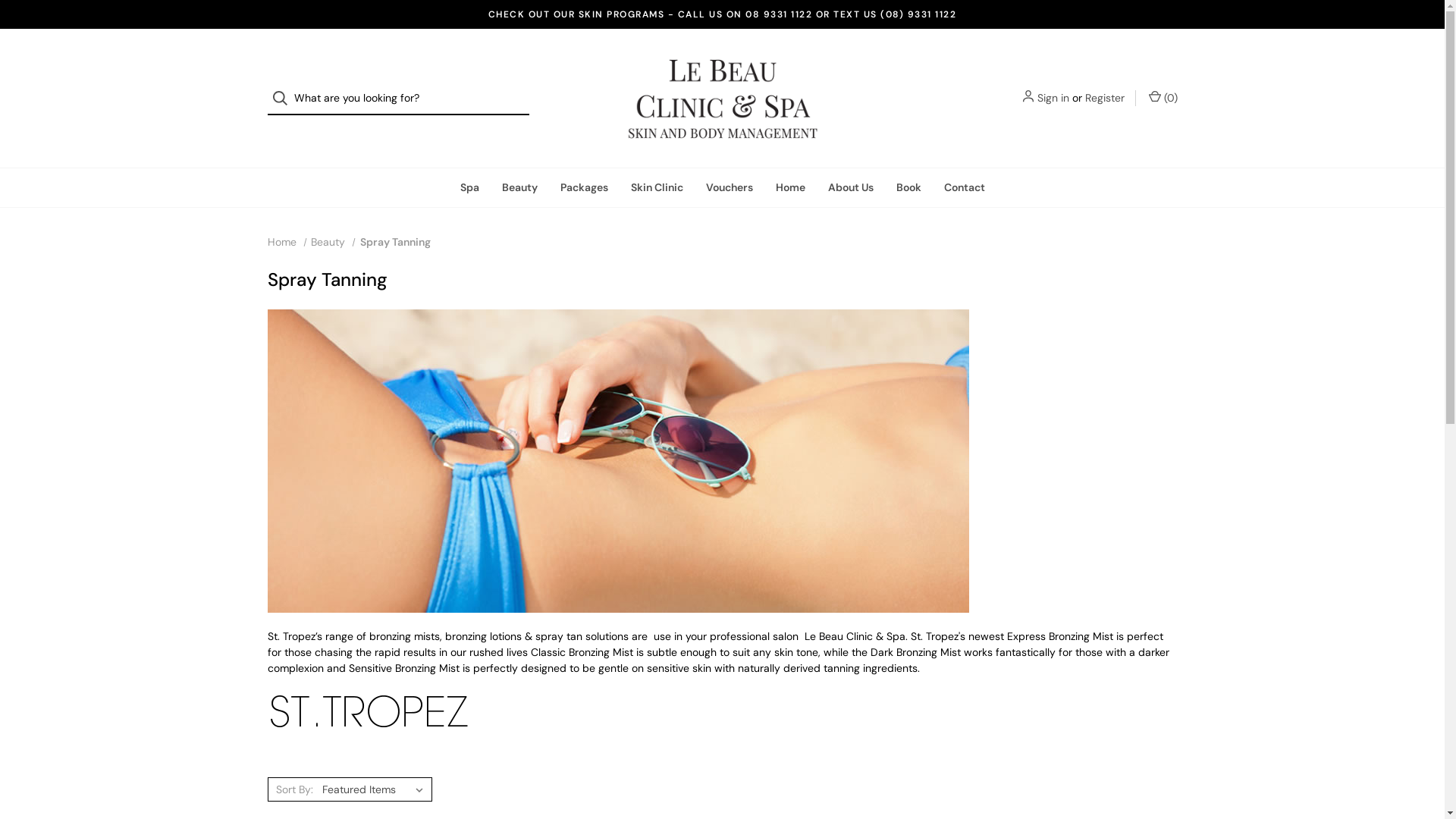 The height and width of the screenshot is (819, 1456). What do you see at coordinates (617, 460) in the screenshot?
I see `'Le Beau Spray Tanning Perth '` at bounding box center [617, 460].